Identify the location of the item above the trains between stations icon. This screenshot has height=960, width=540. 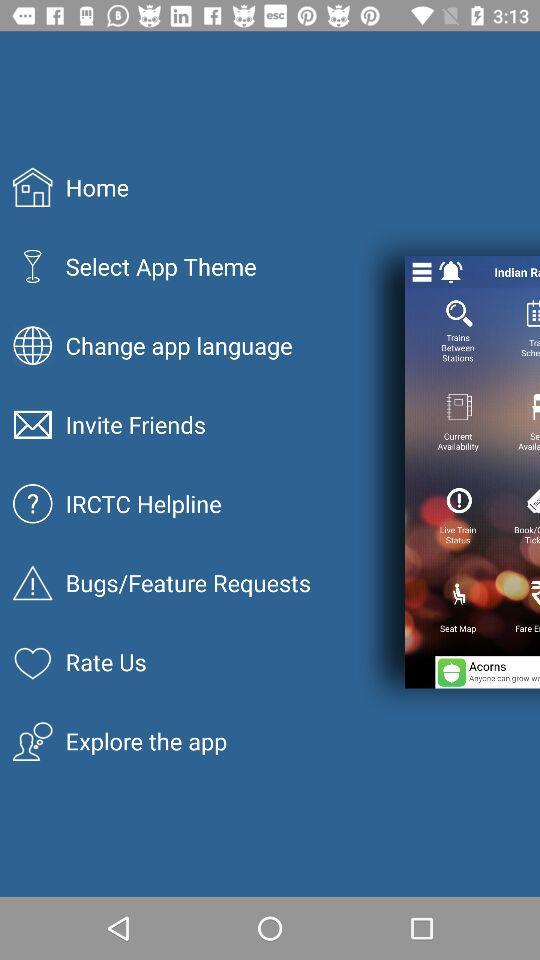
(421, 271).